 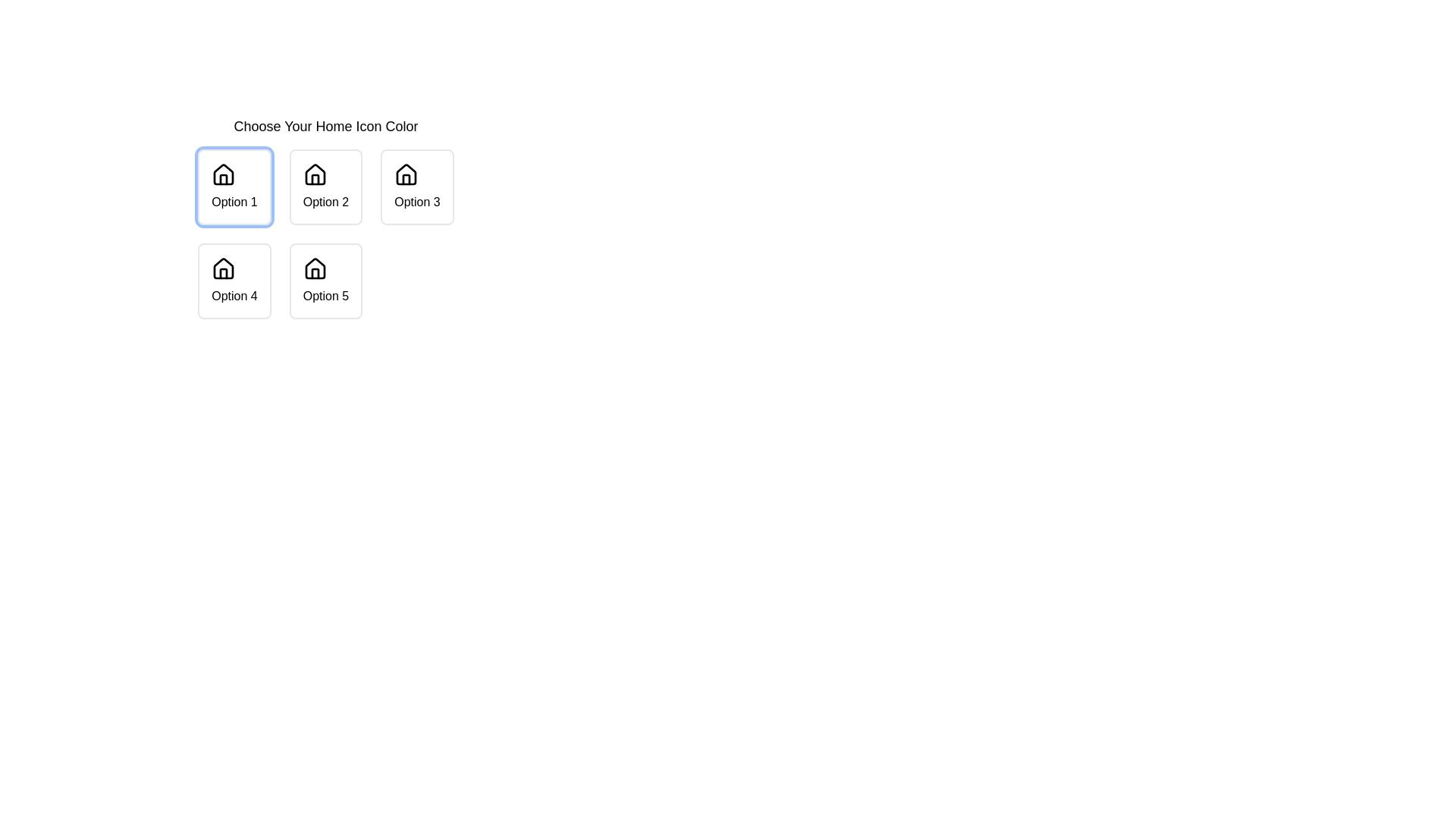 I want to click on the second house icon in the top row of the 'Option 2' UI component, so click(x=314, y=174).